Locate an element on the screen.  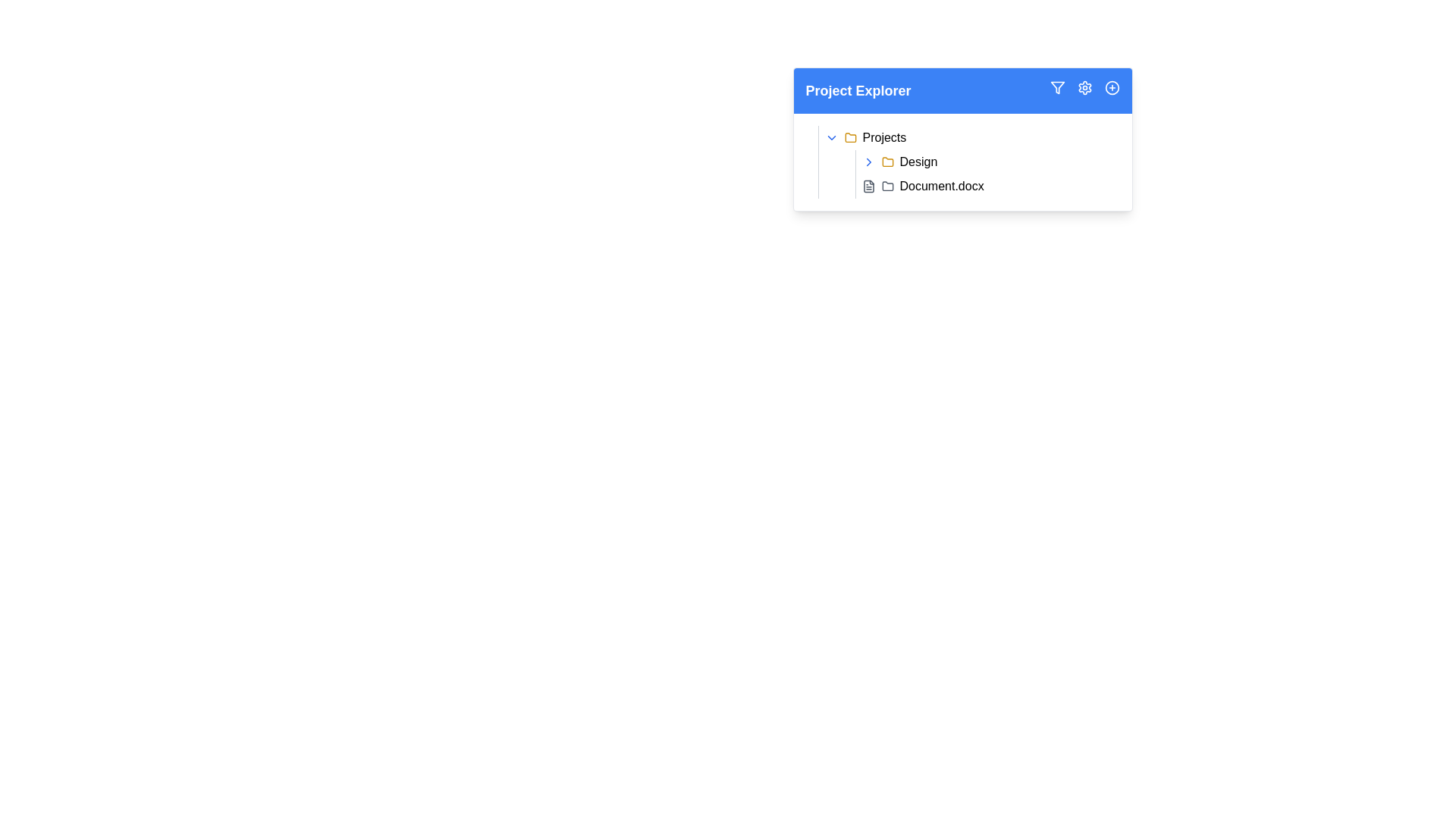
the file named 'DesignDocument.docx' located in the 'Projects' directory, which is the second item under the 'Design' folder is located at coordinates (975, 174).